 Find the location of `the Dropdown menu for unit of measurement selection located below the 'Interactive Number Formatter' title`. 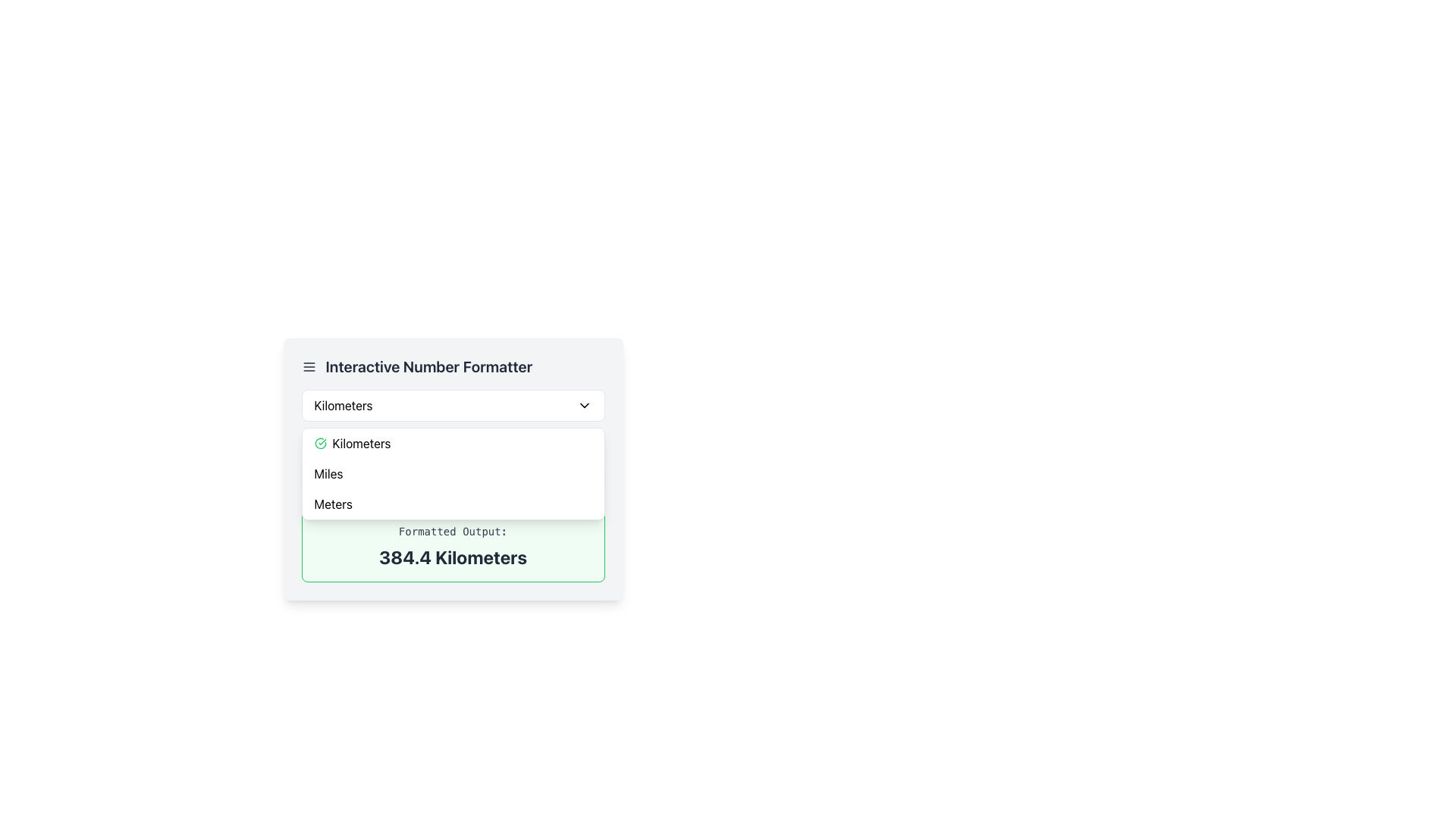

the Dropdown menu for unit of measurement selection located below the 'Interactive Number Formatter' title is located at coordinates (452, 405).